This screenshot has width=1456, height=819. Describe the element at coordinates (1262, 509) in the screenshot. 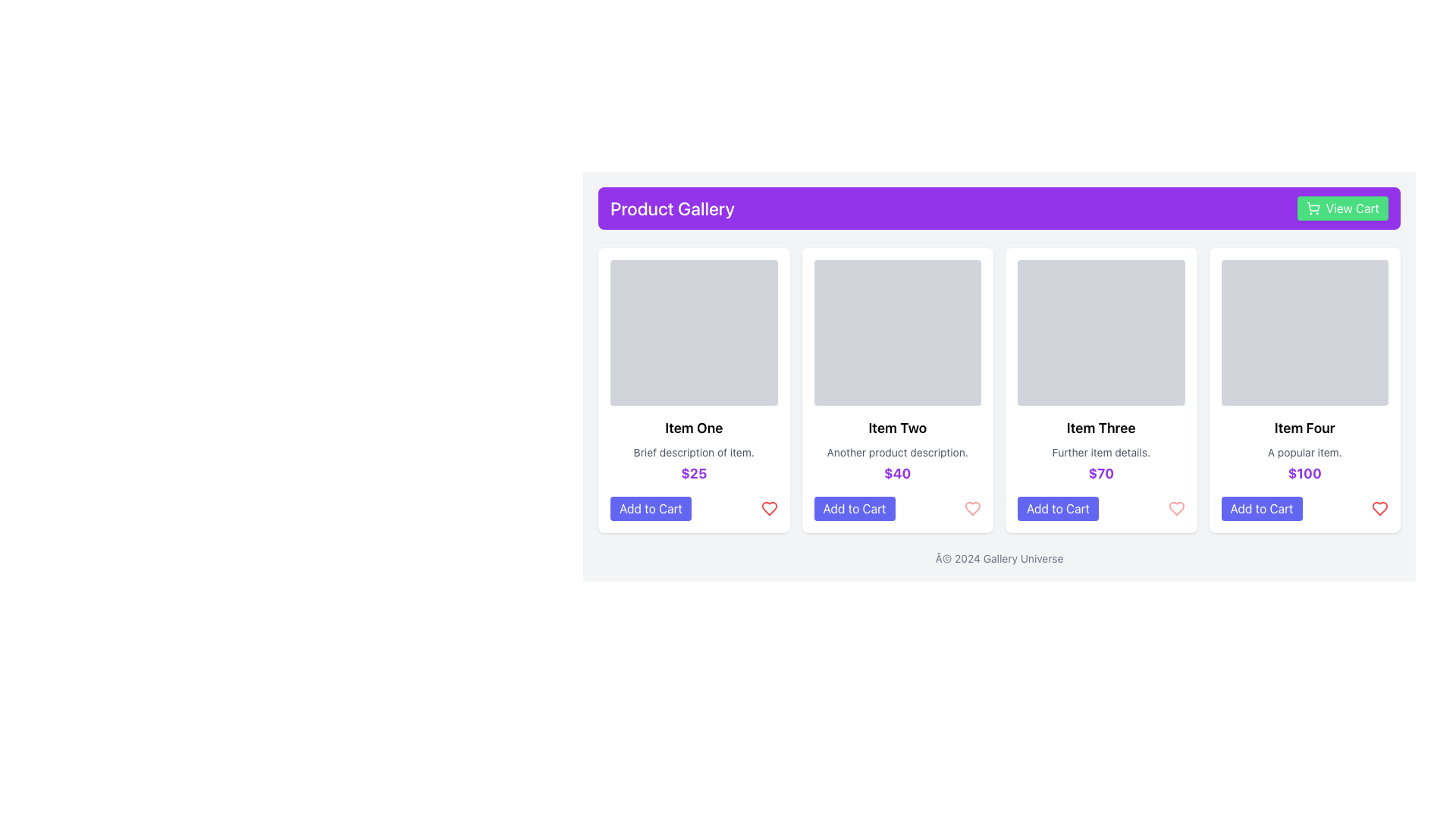

I see `the button located at the bottom center of the 'Item Four' product card` at that location.